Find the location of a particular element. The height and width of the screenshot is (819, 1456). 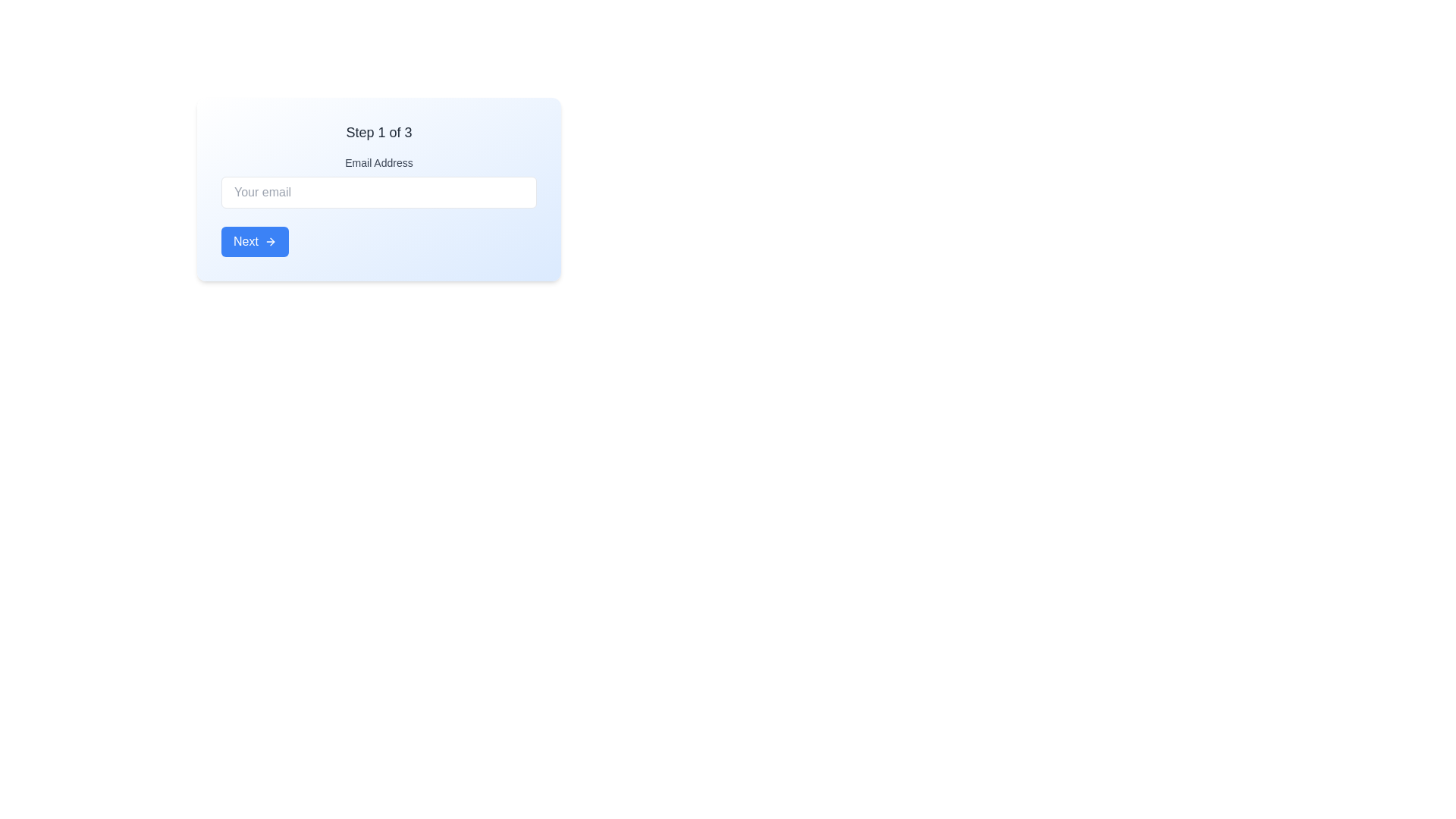

the email address input field located in the blue-gradient form labeled 'Step 1 of 3', positioned below the text 'Email Address' and above the 'Next' button is located at coordinates (378, 189).